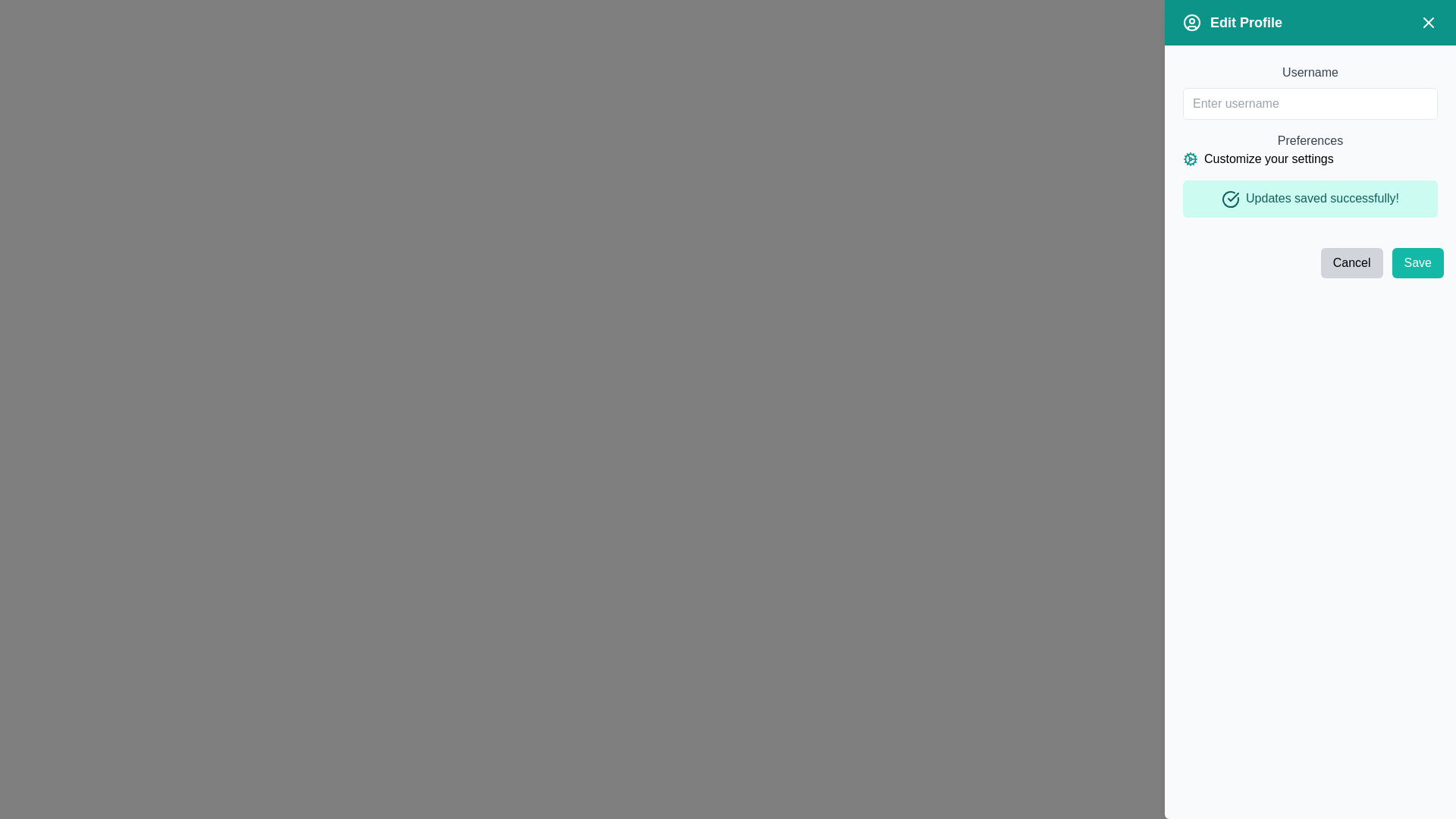 The height and width of the screenshot is (819, 1456). What do you see at coordinates (1310, 158) in the screenshot?
I see `the 'Customize your settings' text and teal cogwheel icon combination located beneath the 'Preferences' heading in the settings menu` at bounding box center [1310, 158].